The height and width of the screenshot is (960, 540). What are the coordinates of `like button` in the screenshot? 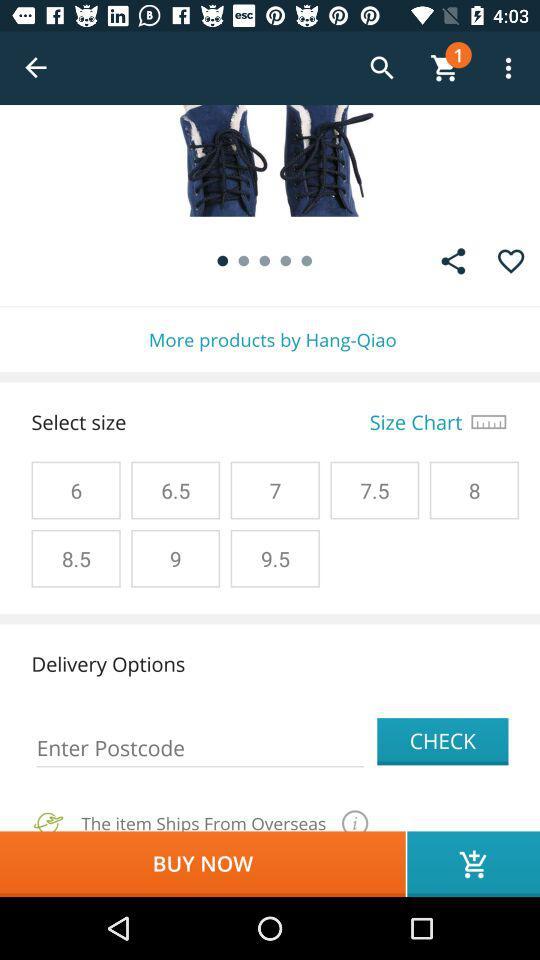 It's located at (511, 260).